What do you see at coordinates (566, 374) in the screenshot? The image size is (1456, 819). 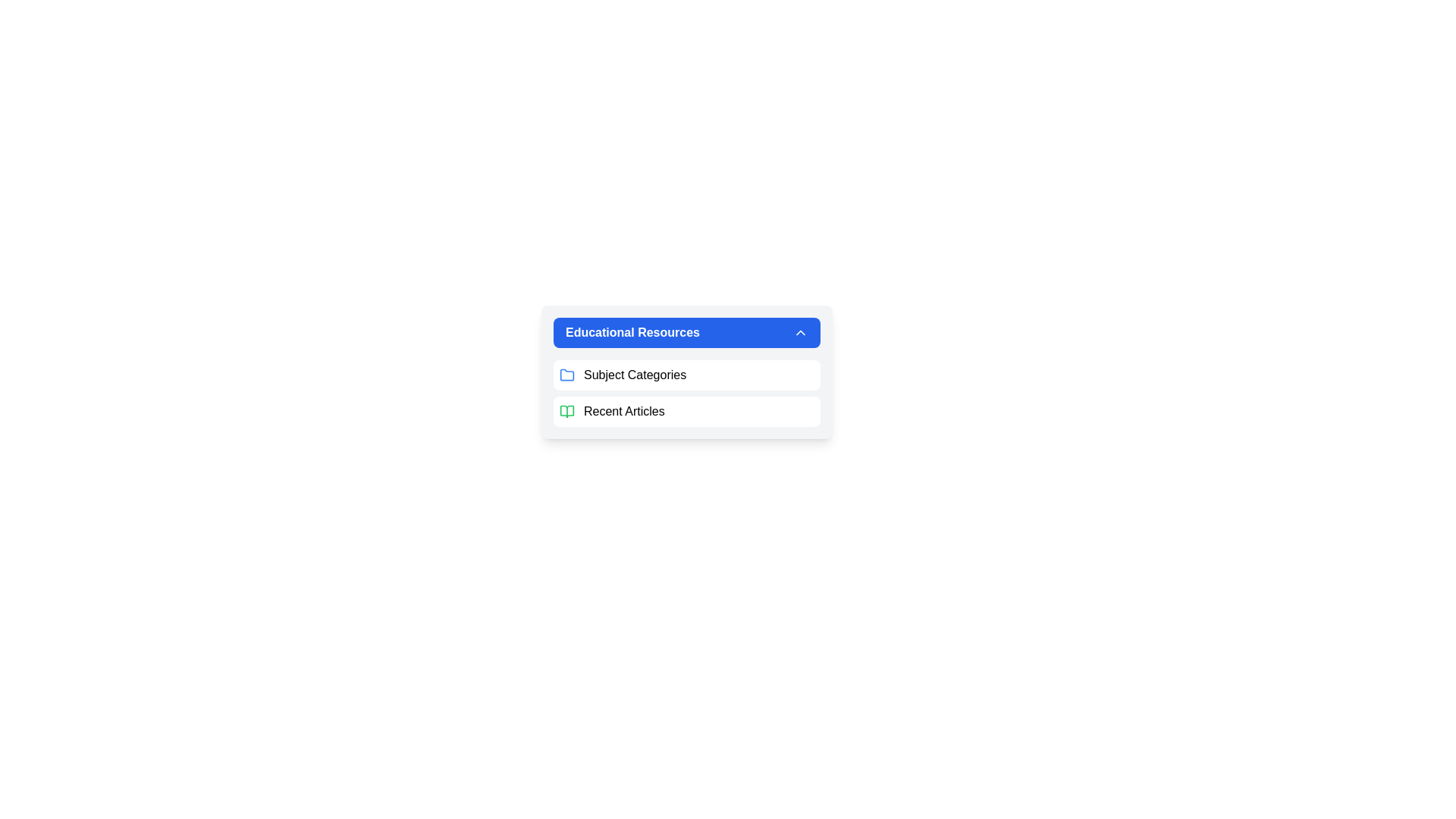 I see `the folder-shaped icon used to denote file storage or directories, which is located near the blue button labeled 'Educational Resources'` at bounding box center [566, 374].